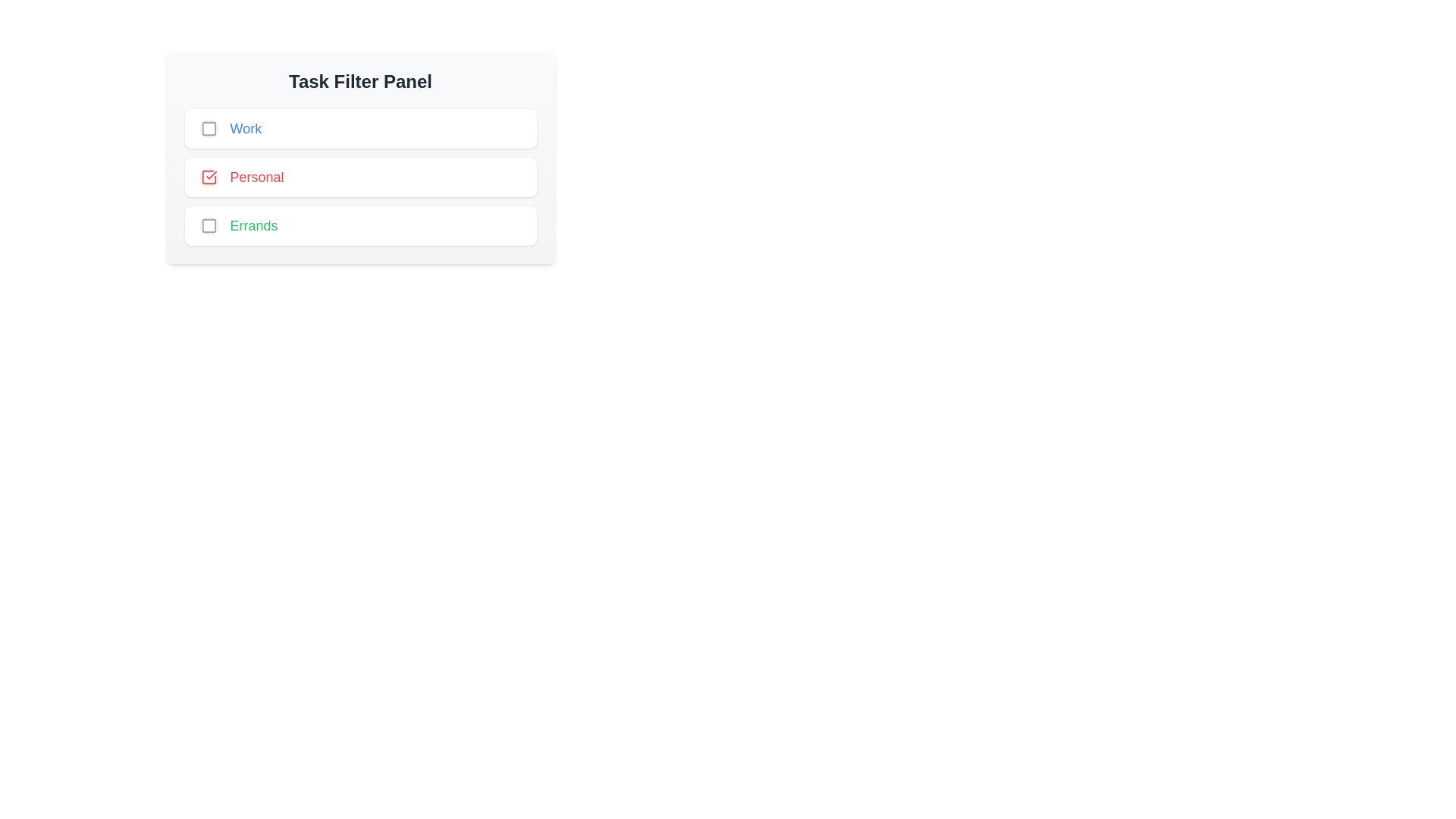 This screenshot has height=819, width=1456. I want to click on the checkbox, so click(359, 177).